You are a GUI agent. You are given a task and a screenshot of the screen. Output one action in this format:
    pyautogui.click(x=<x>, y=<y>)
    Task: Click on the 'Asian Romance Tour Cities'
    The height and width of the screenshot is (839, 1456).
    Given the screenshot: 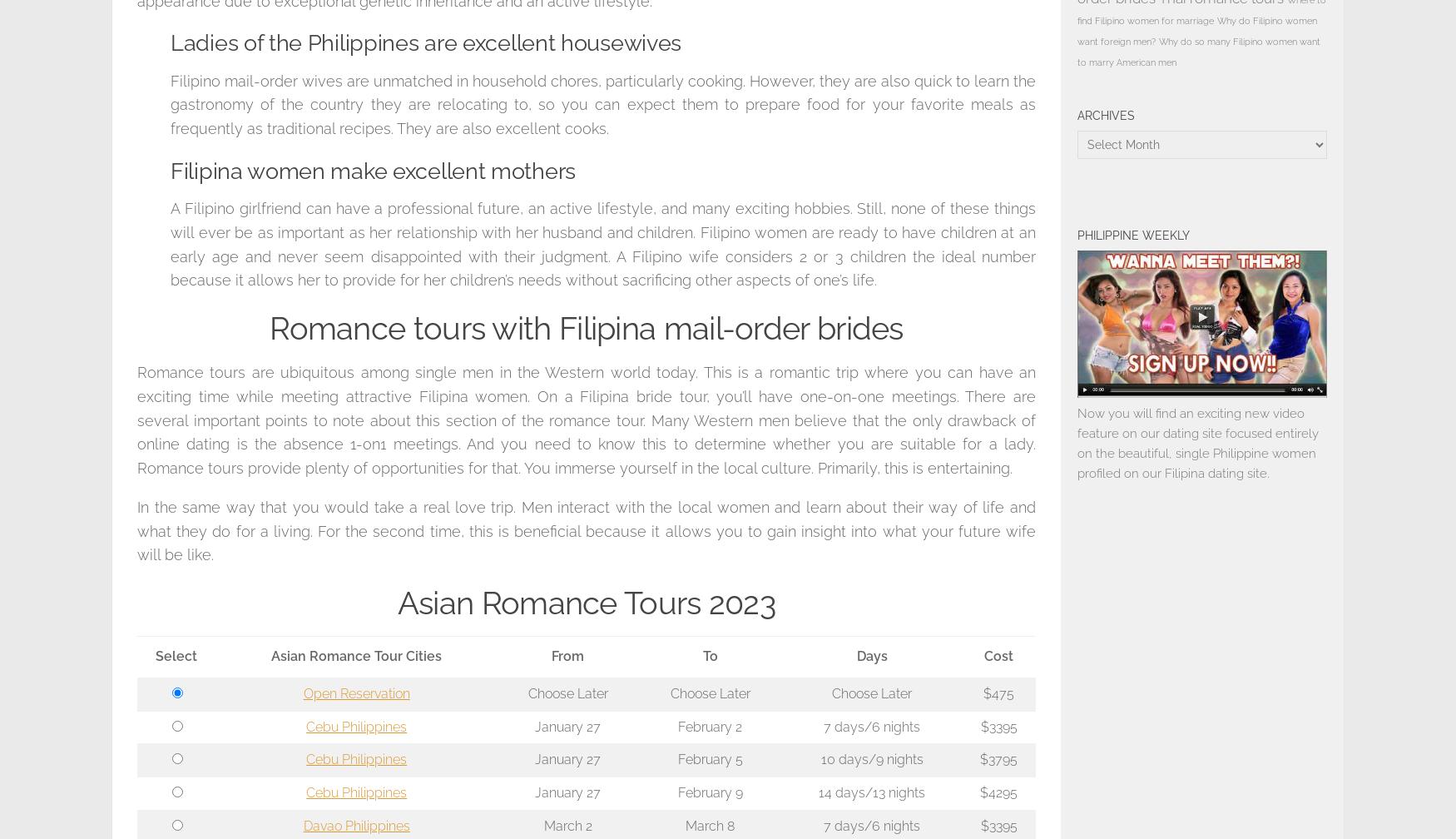 What is the action you would take?
    pyautogui.click(x=355, y=656)
    